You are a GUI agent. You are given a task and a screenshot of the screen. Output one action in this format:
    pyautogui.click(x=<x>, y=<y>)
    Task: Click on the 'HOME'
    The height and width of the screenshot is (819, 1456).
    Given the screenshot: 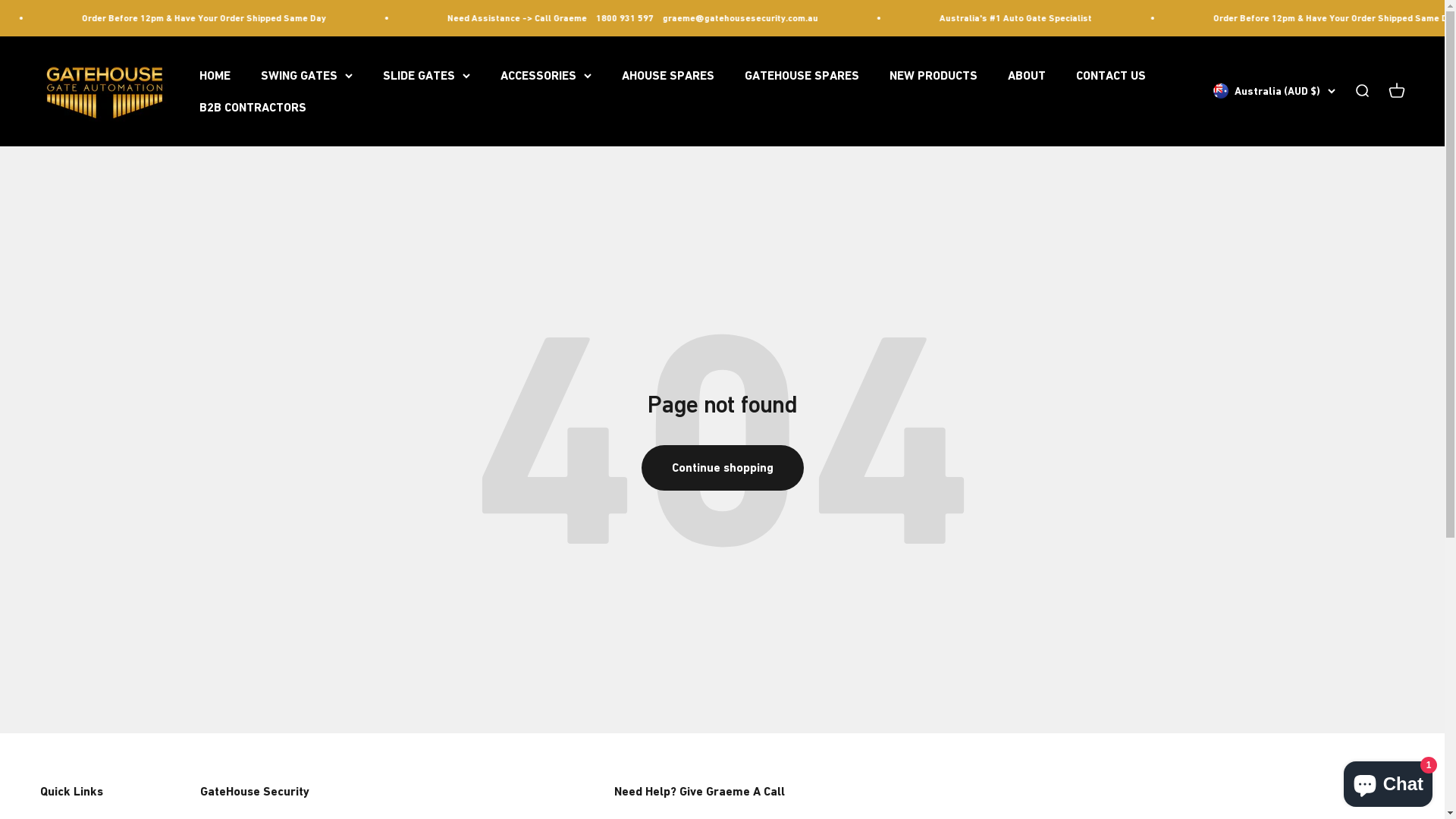 What is the action you would take?
    pyautogui.click(x=198, y=75)
    